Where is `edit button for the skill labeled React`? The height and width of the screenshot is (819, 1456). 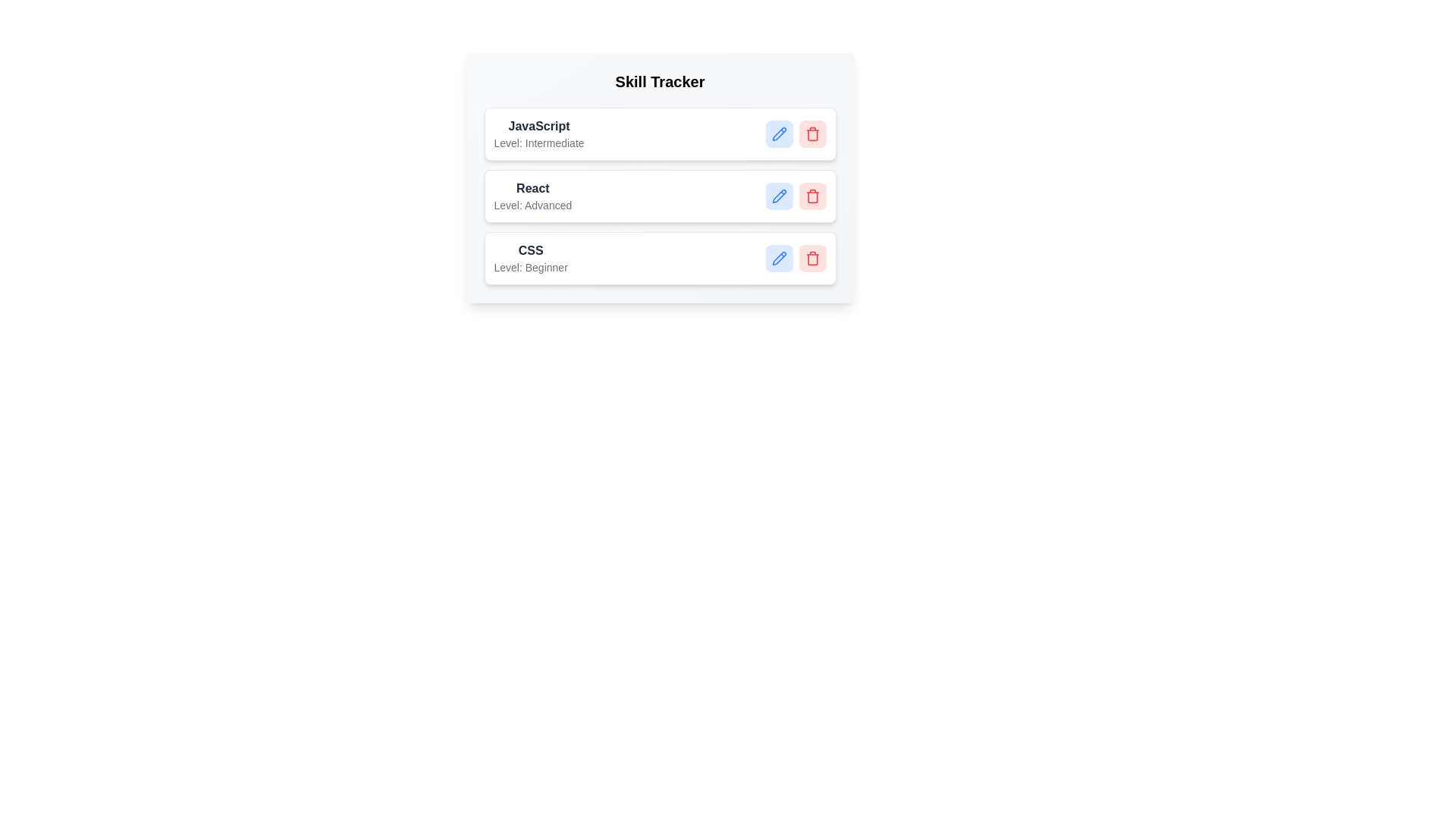
edit button for the skill labeled React is located at coordinates (779, 195).